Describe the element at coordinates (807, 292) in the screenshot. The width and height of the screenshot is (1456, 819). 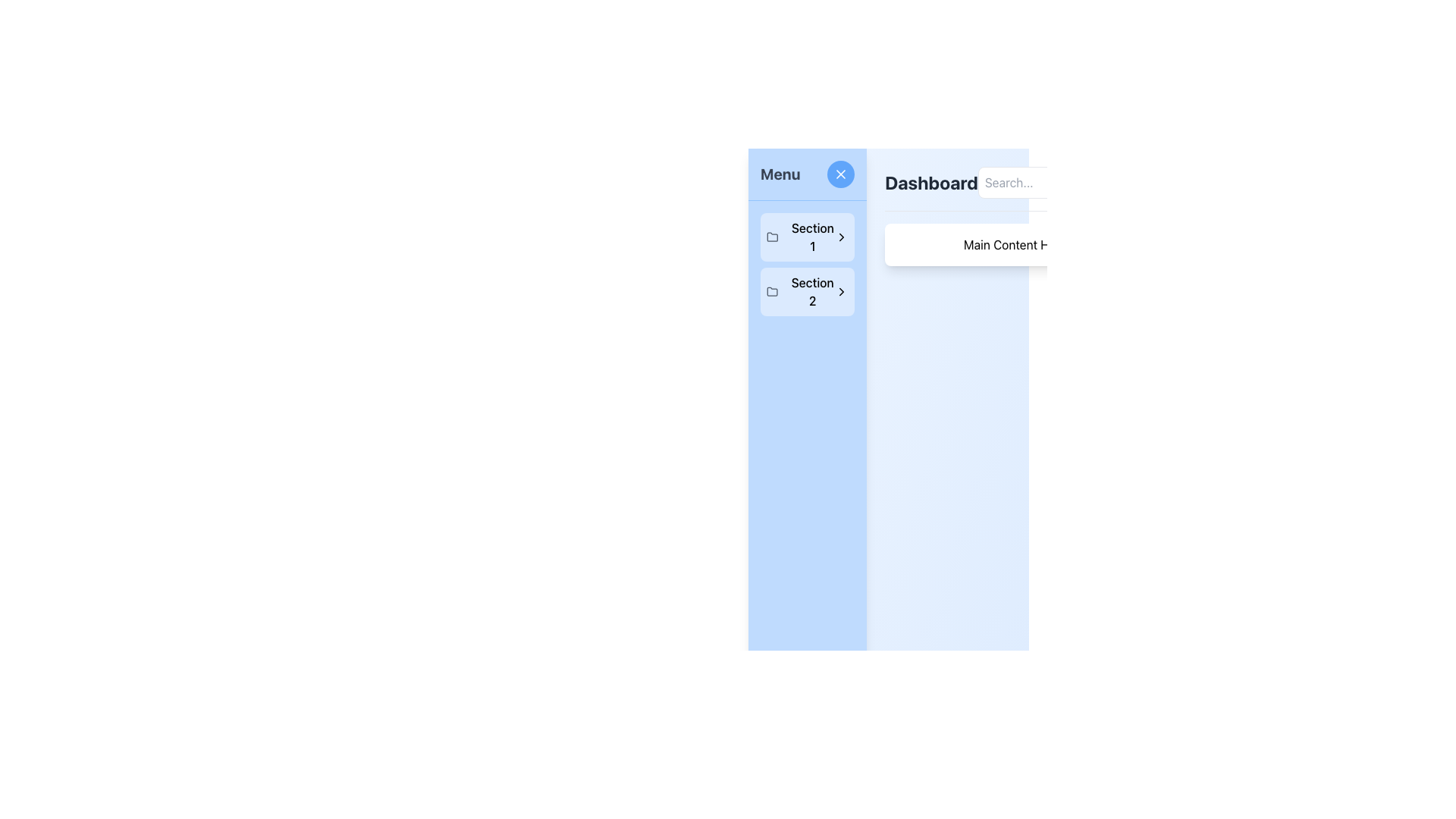
I see `the second menu item in the navigation sidebar that allows users` at that location.